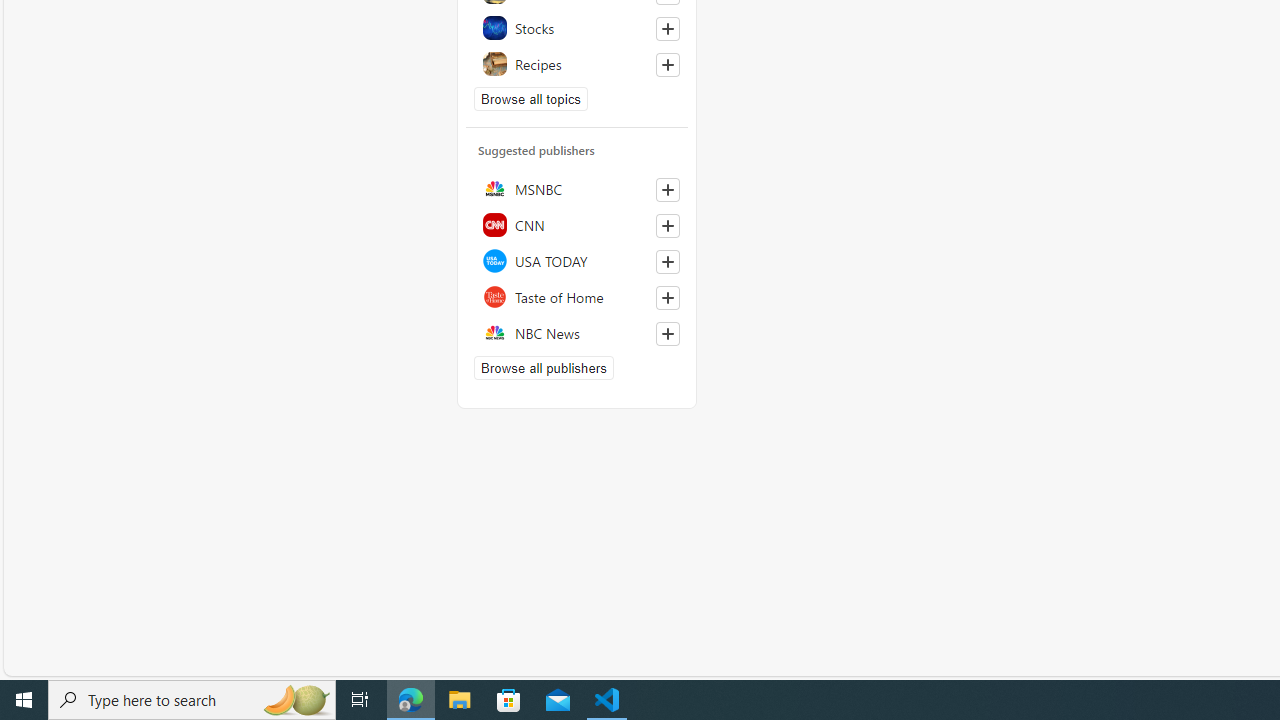  Describe the element at coordinates (576, 297) in the screenshot. I see `'Taste of Home'` at that location.